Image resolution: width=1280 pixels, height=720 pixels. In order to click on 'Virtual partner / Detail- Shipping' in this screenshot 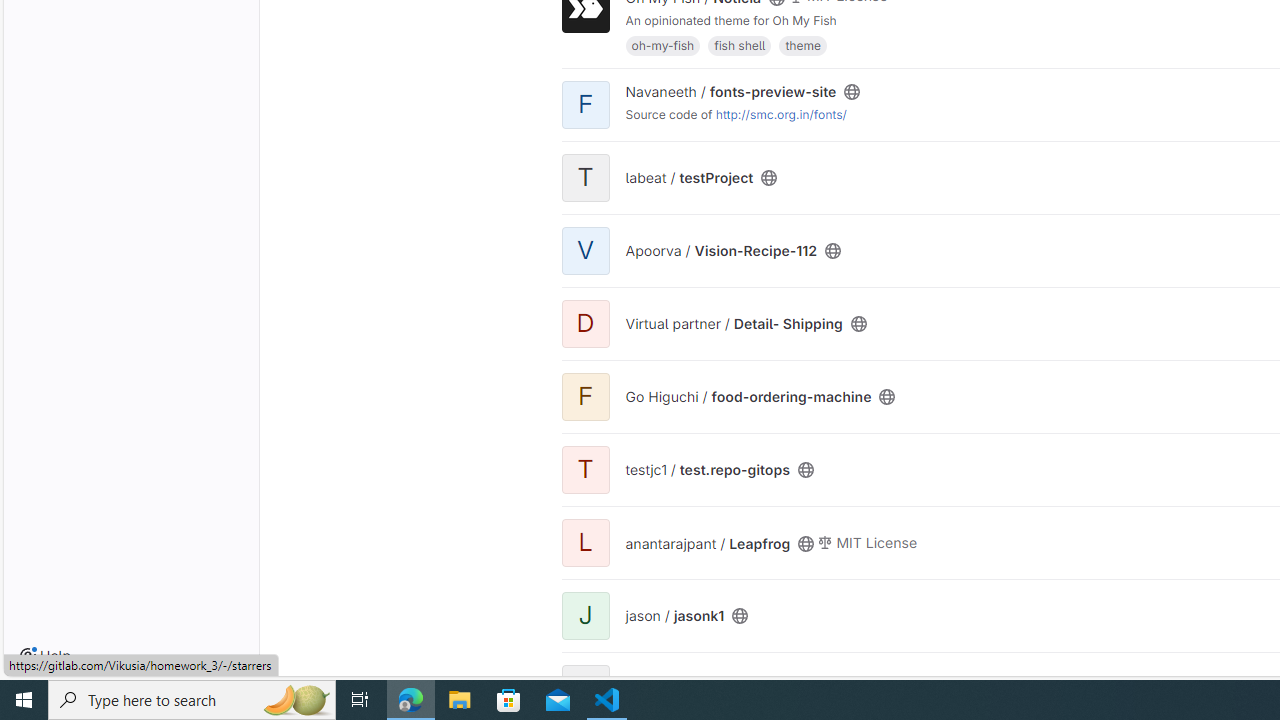, I will do `click(733, 323)`.